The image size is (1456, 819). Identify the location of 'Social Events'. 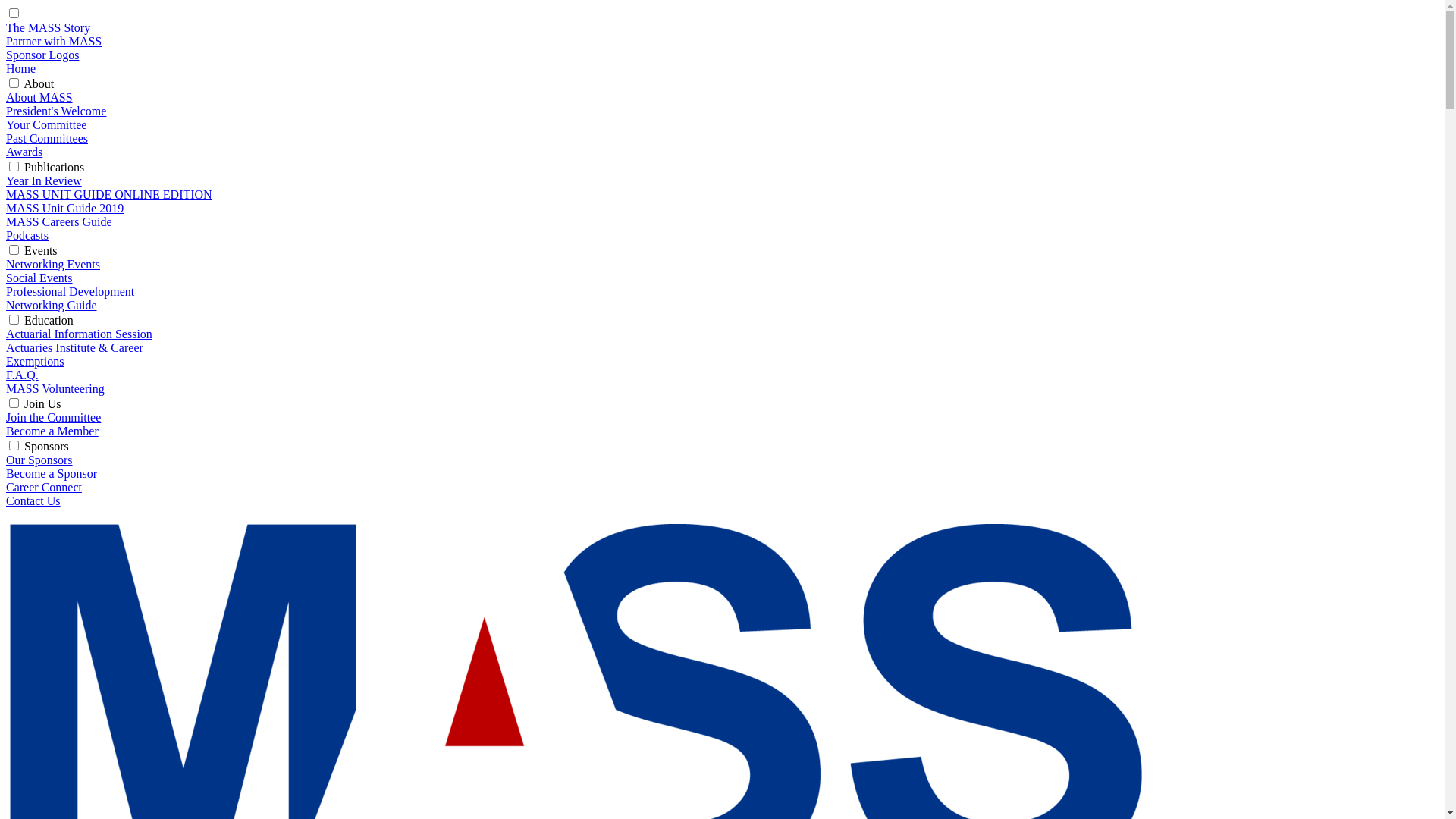
(39, 278).